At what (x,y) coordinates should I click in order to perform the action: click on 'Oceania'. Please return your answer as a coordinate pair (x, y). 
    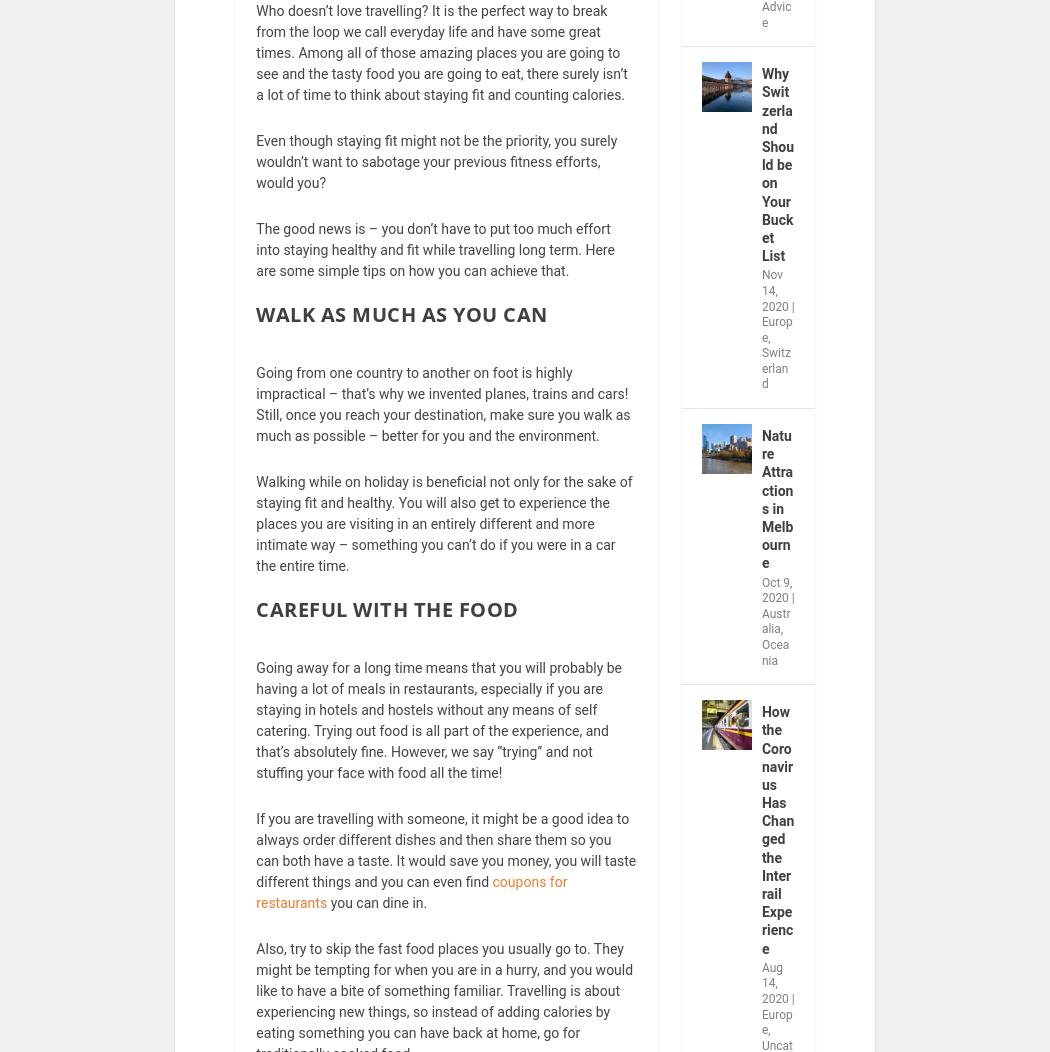
    Looking at the image, I should click on (775, 664).